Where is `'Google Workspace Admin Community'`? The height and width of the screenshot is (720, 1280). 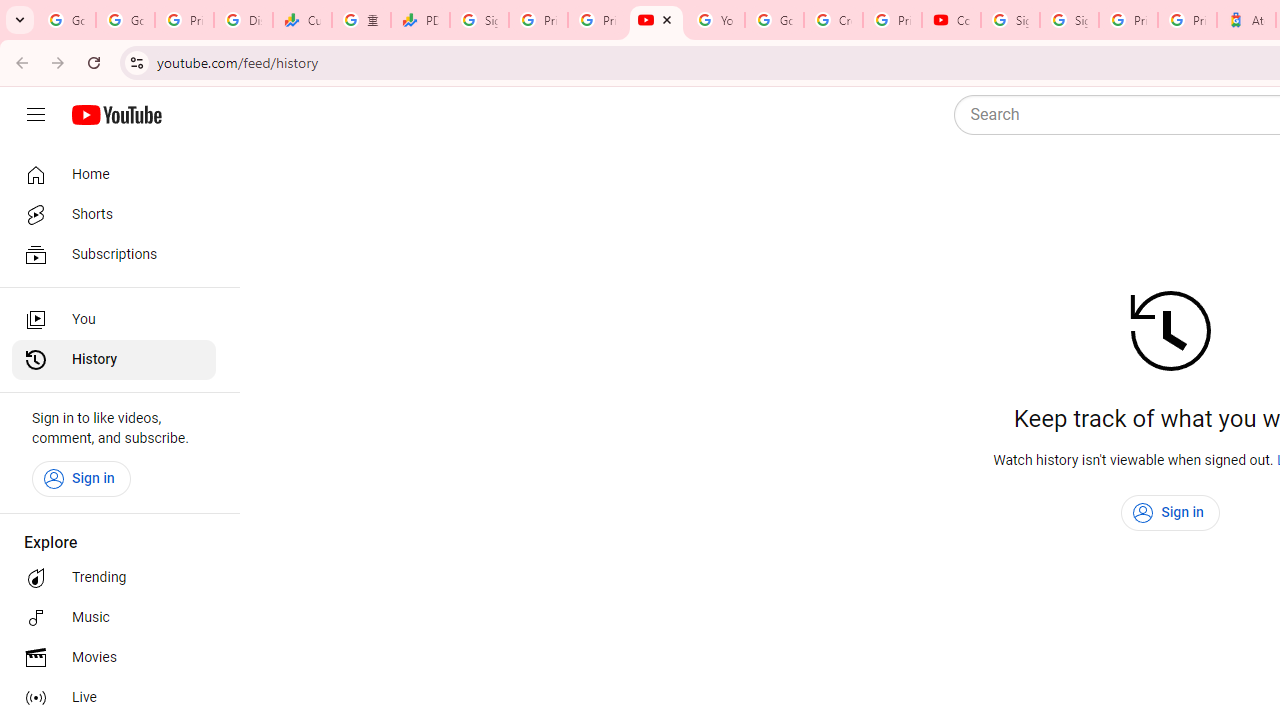 'Google Workspace Admin Community' is located at coordinates (66, 20).